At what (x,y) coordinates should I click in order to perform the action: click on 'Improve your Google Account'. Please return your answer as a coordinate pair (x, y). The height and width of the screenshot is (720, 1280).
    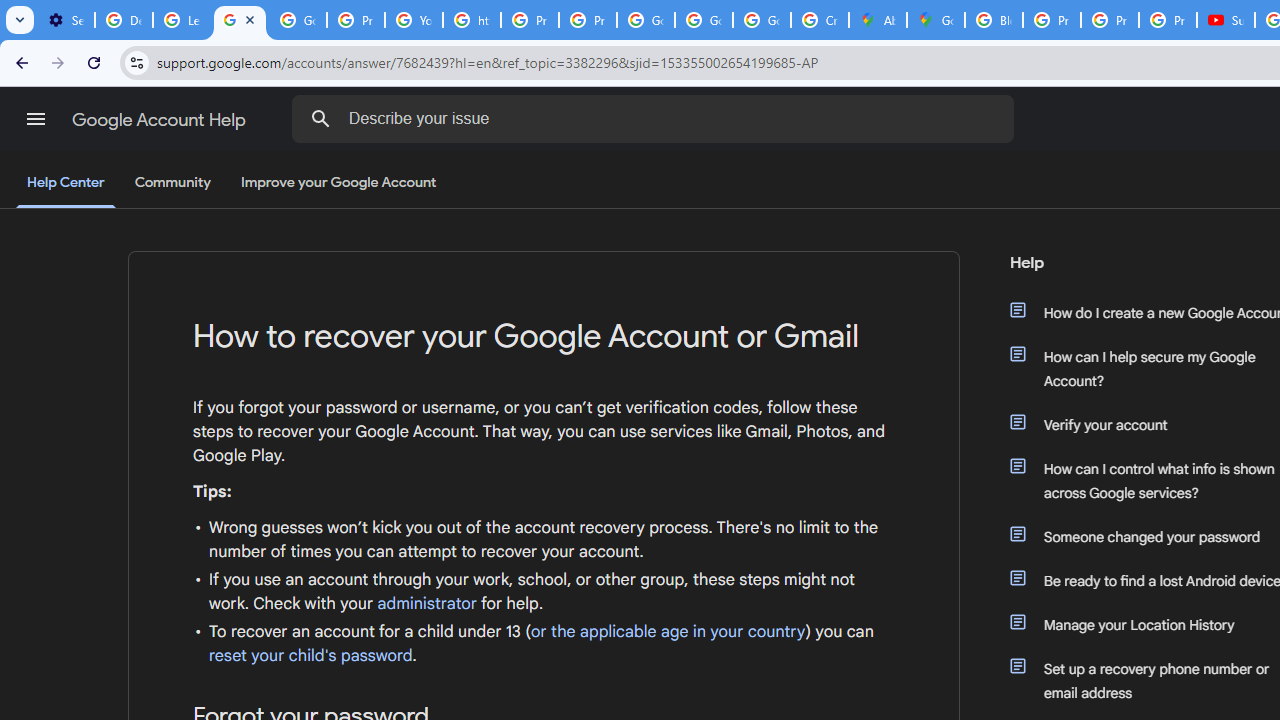
    Looking at the image, I should click on (339, 183).